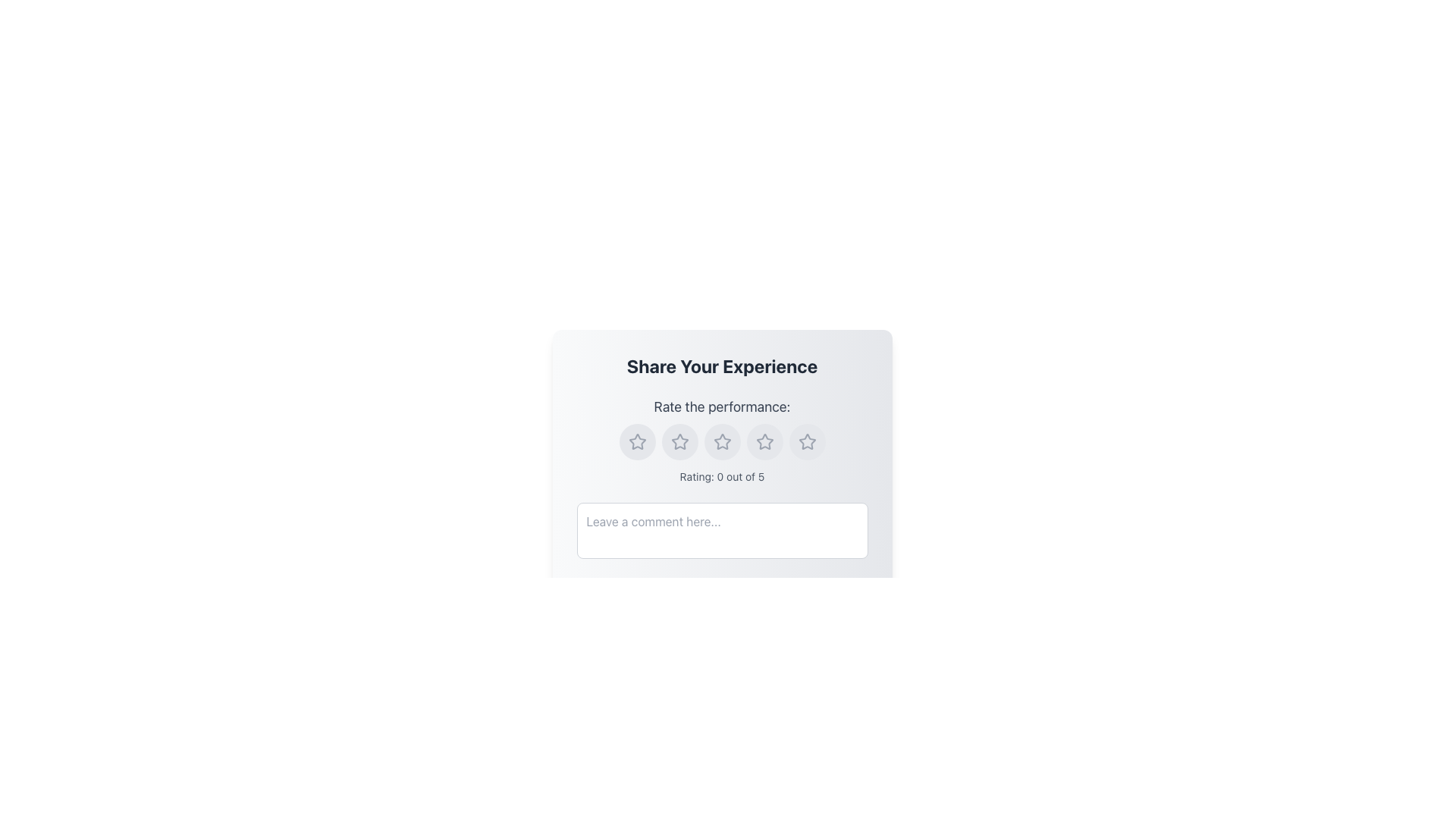  What do you see at coordinates (721, 485) in the screenshot?
I see `the star icons in the rating system of the feedback form to rate performance` at bounding box center [721, 485].